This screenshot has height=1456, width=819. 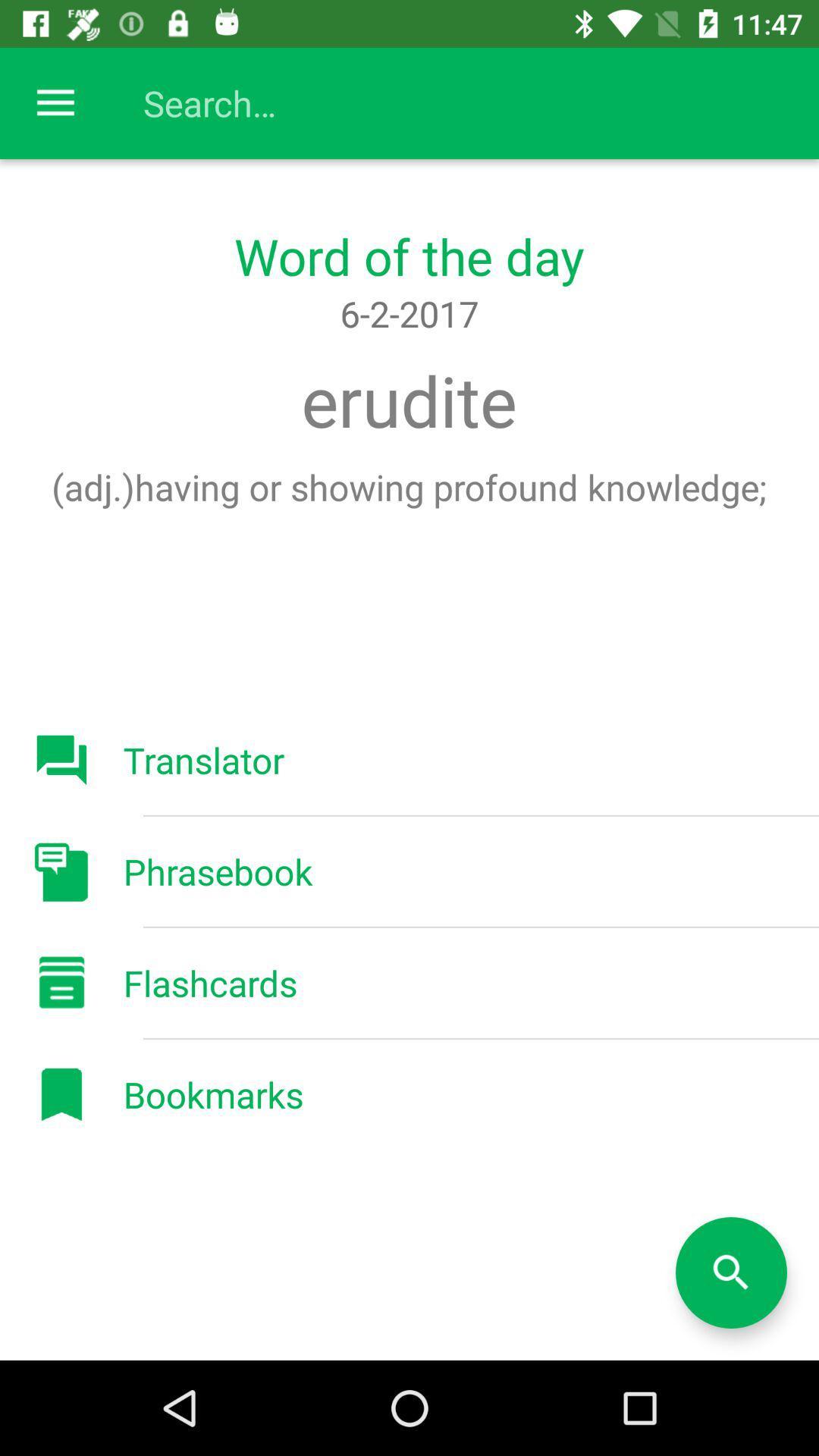 I want to click on the erudite, so click(x=408, y=400).